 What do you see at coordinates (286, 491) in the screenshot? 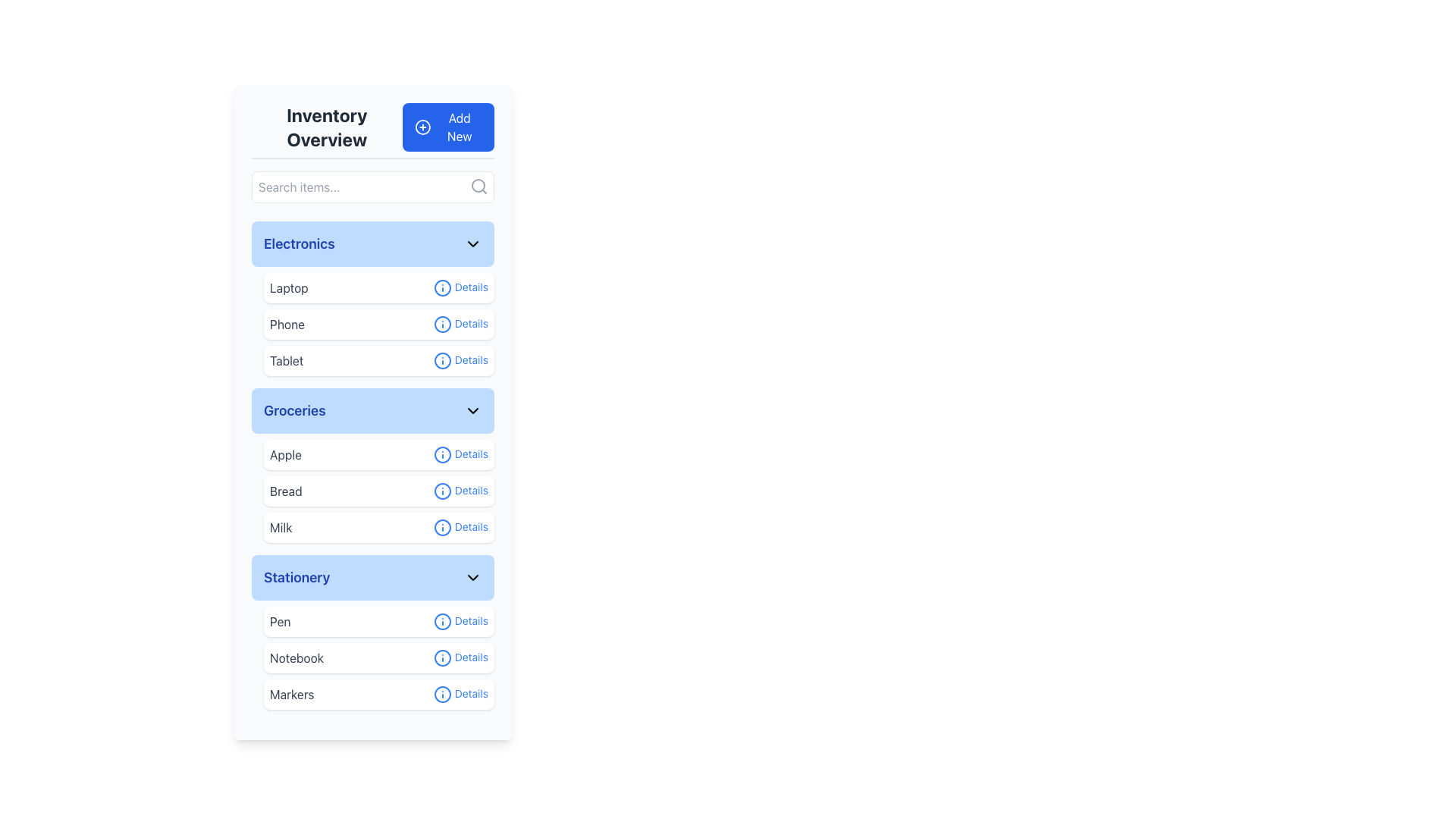
I see `the 'Bread' text label styled with gray color, which is the first text item under the 'Groceries' section of the interface` at bounding box center [286, 491].